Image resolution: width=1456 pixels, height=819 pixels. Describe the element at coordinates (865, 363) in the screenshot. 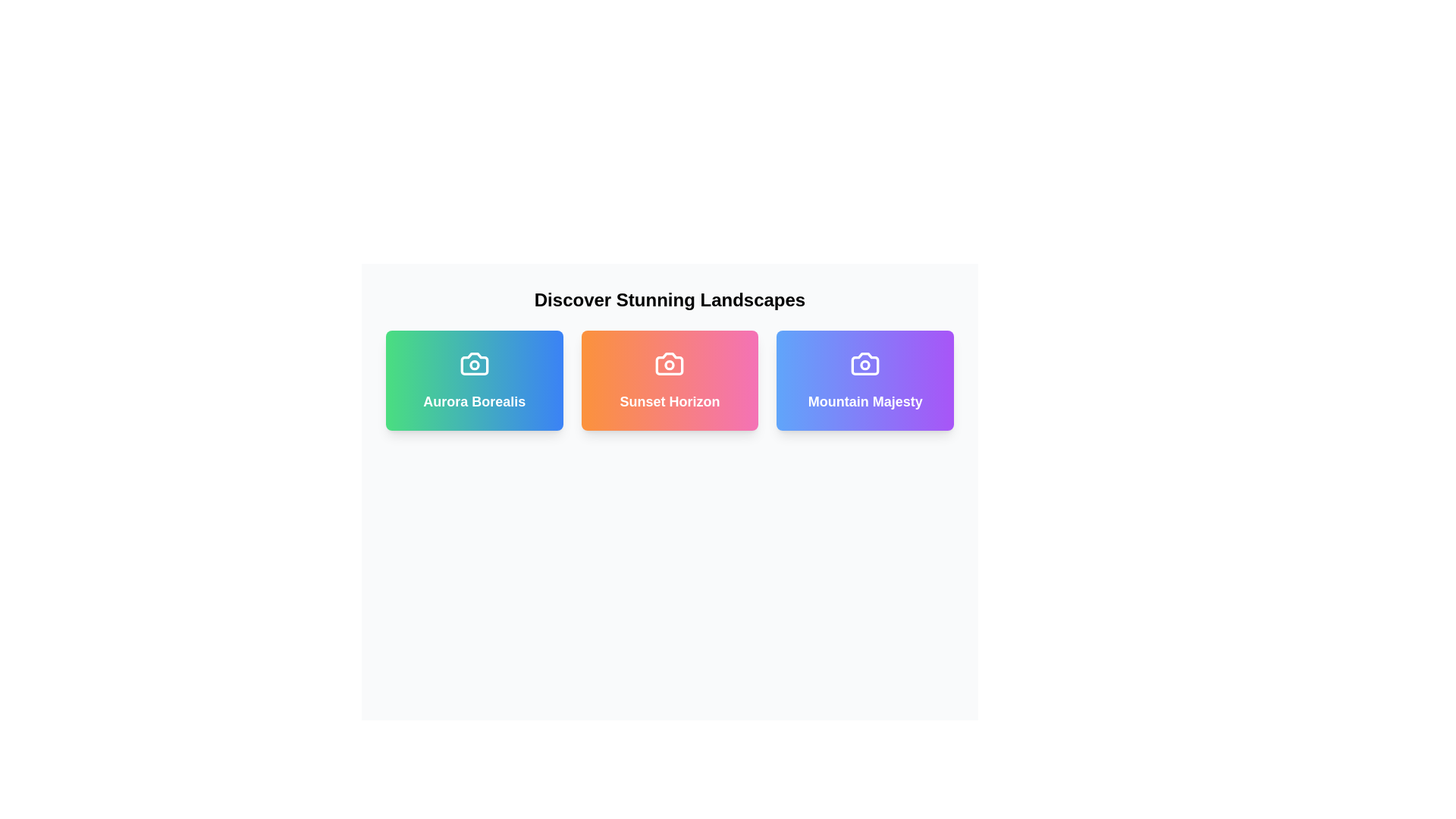

I see `the camera icon with white outlines located at the top-center of the 'Mountain Majesty' card, which has a gradient purple background` at that location.